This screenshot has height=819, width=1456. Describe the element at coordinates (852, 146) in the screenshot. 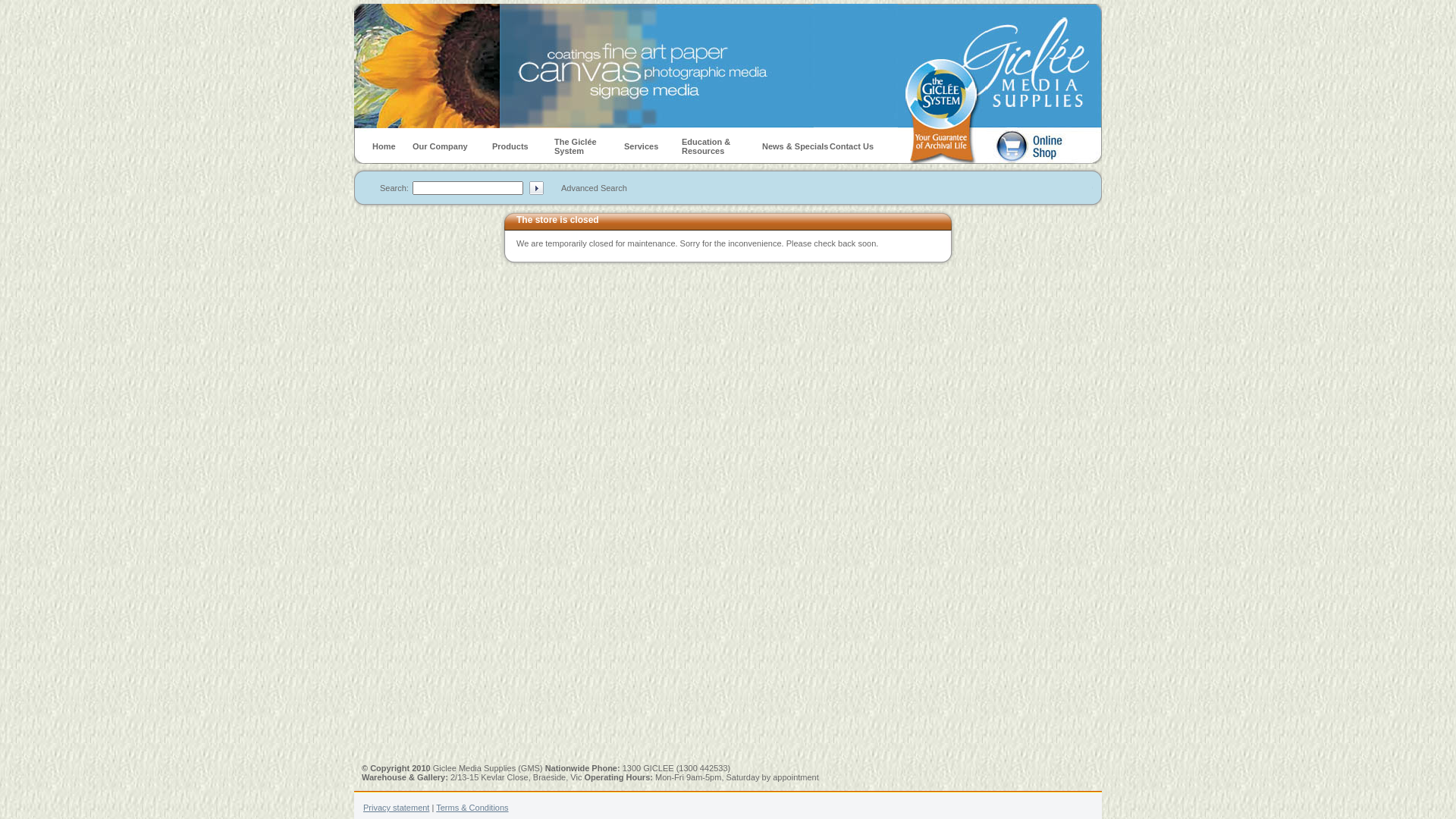

I see `'Contact Us'` at that location.